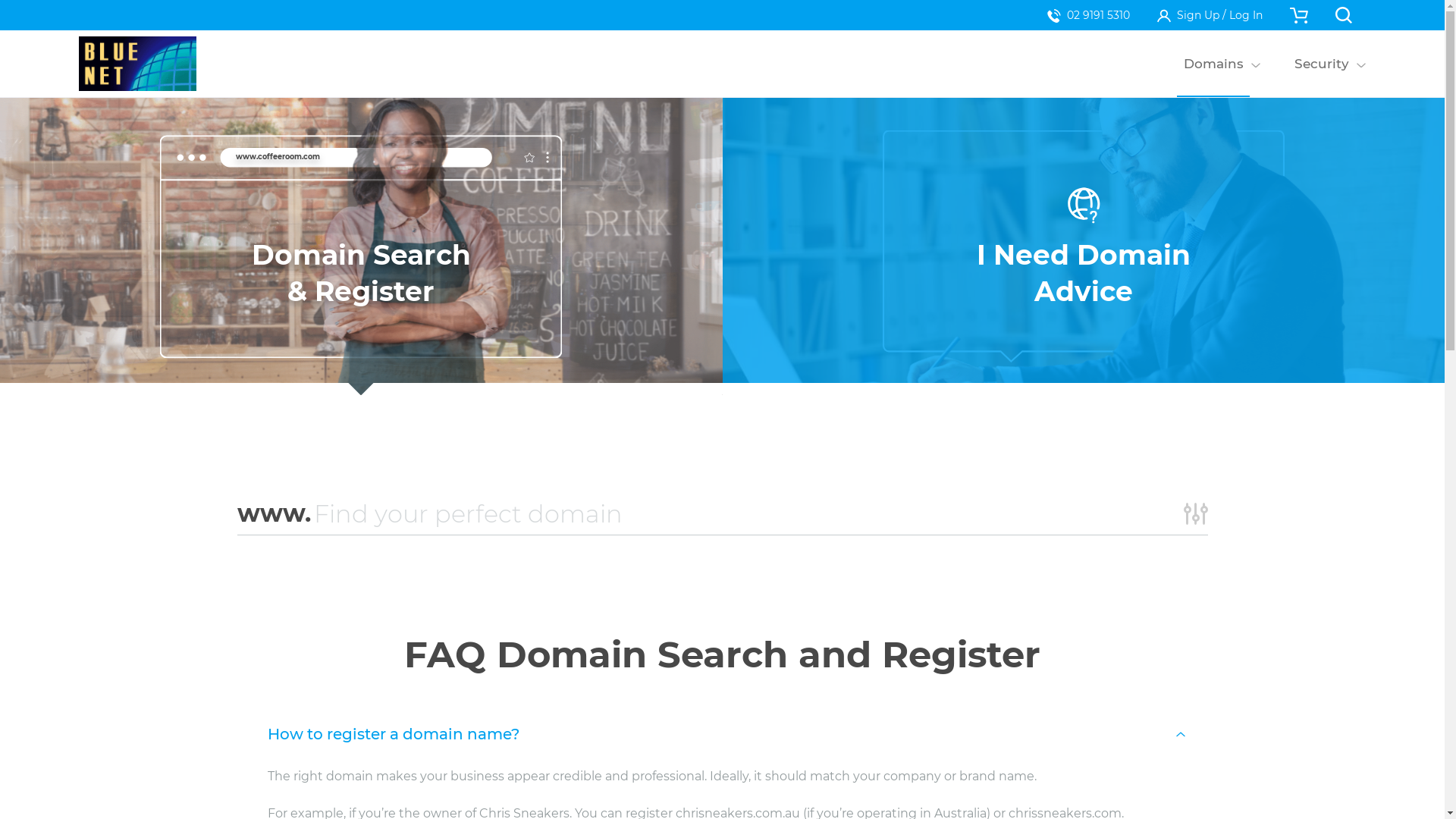 The height and width of the screenshot is (819, 1456). What do you see at coordinates (1320, 63) in the screenshot?
I see `'Security'` at bounding box center [1320, 63].